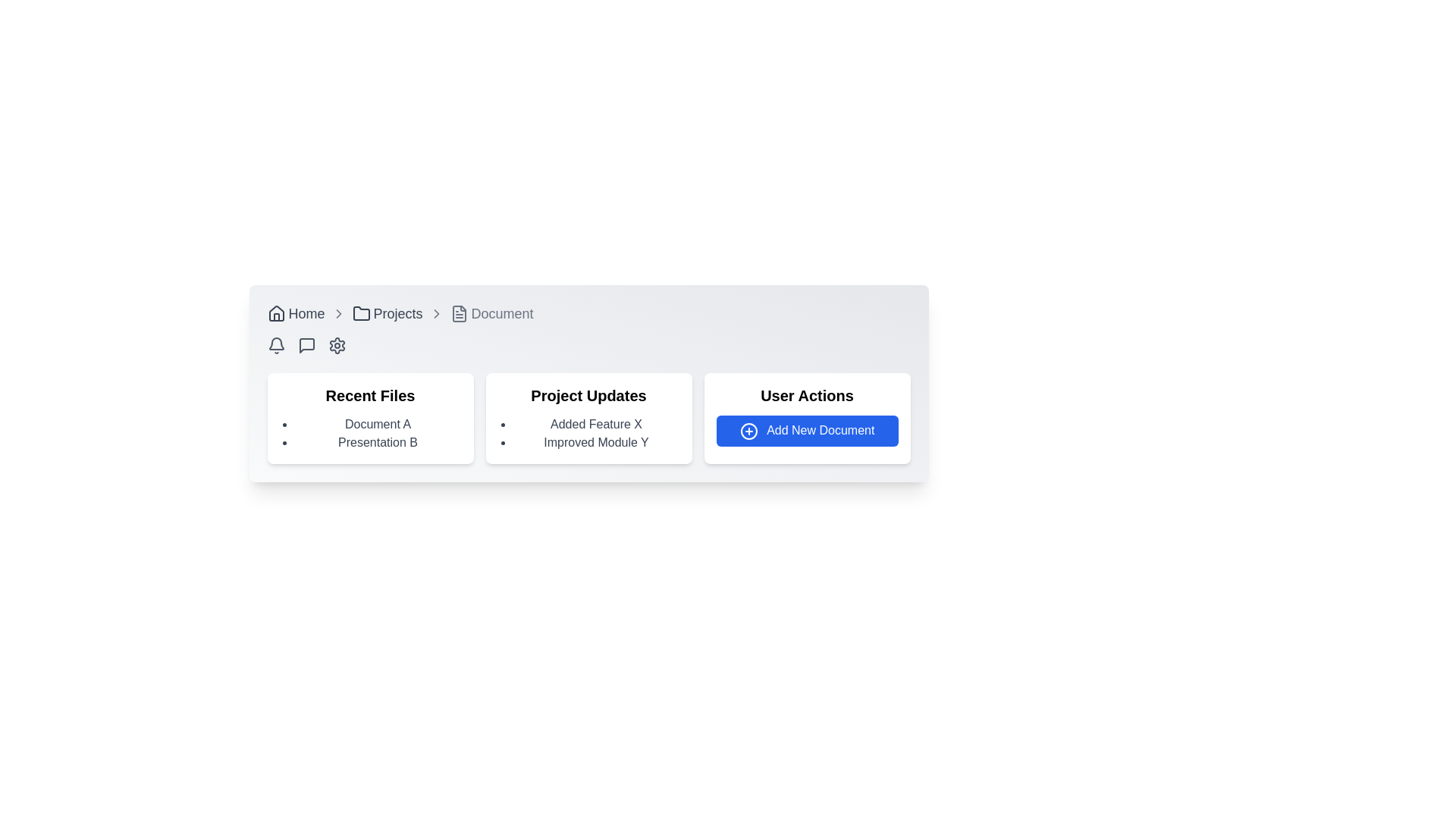 This screenshot has height=819, width=1456. I want to click on the 'Projects' hyperlink in the breadcrumb navigation bar, so click(388, 312).